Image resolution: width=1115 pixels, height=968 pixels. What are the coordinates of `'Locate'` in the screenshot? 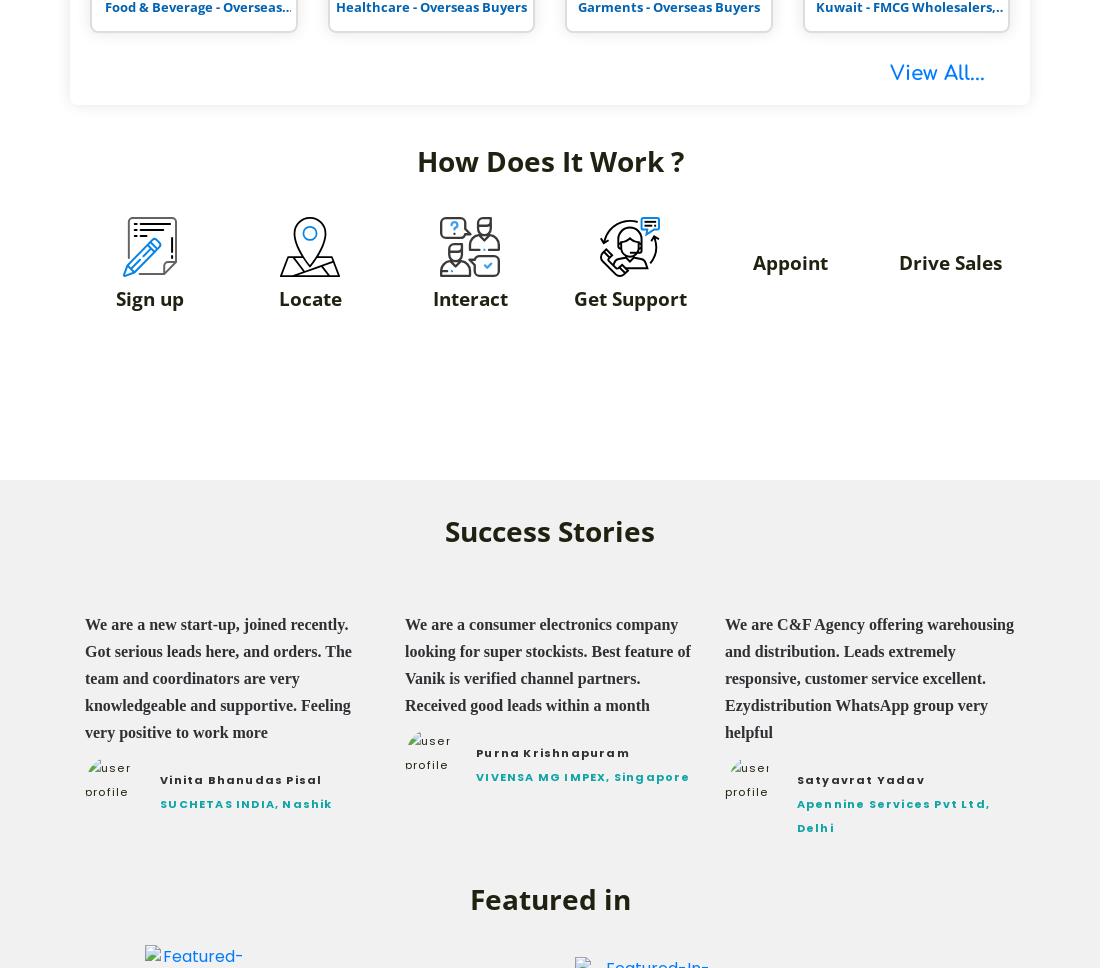 It's located at (309, 297).